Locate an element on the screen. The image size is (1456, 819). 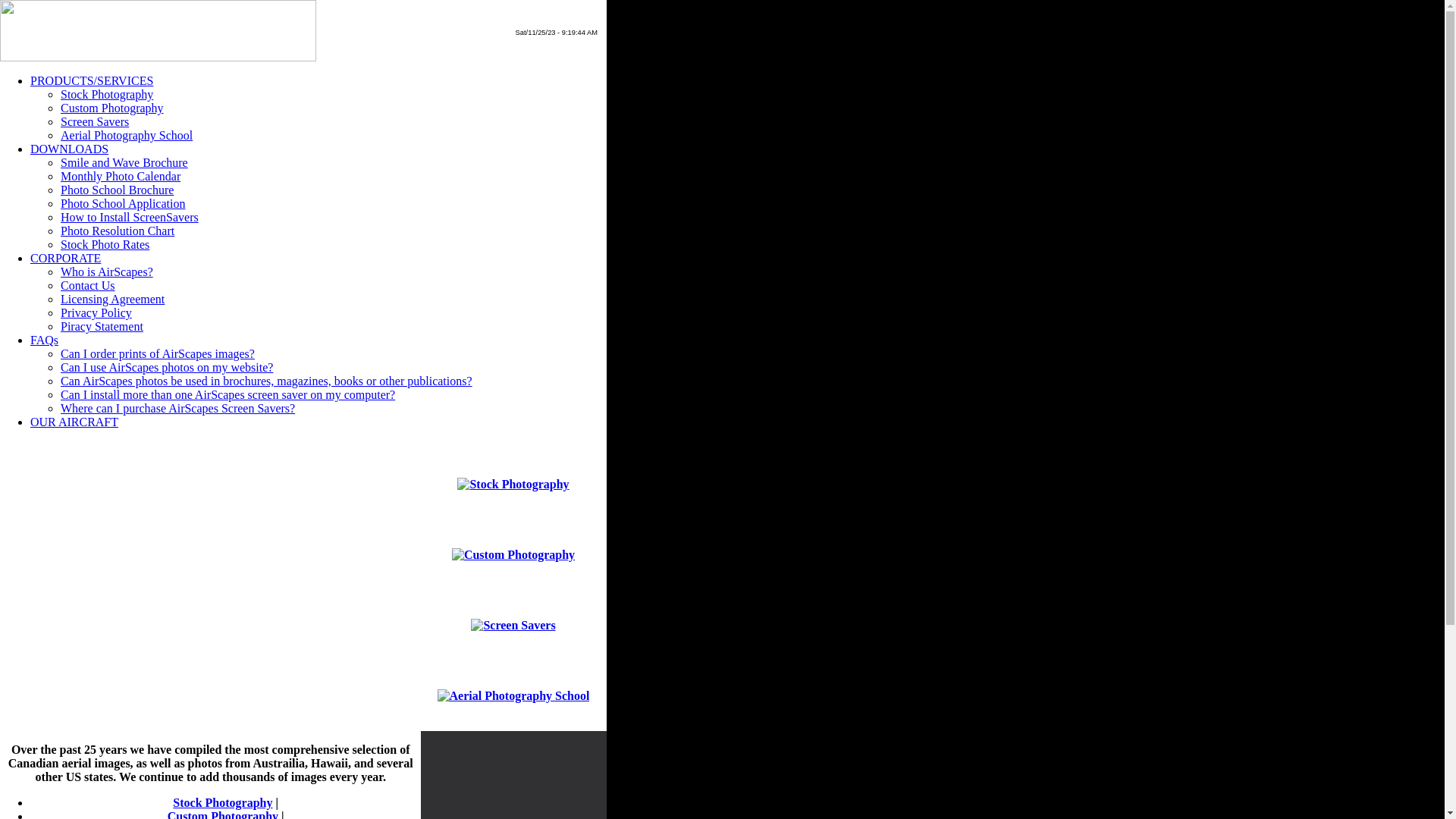
'Where can I purchase AirScapes Screen Savers?' is located at coordinates (177, 407).